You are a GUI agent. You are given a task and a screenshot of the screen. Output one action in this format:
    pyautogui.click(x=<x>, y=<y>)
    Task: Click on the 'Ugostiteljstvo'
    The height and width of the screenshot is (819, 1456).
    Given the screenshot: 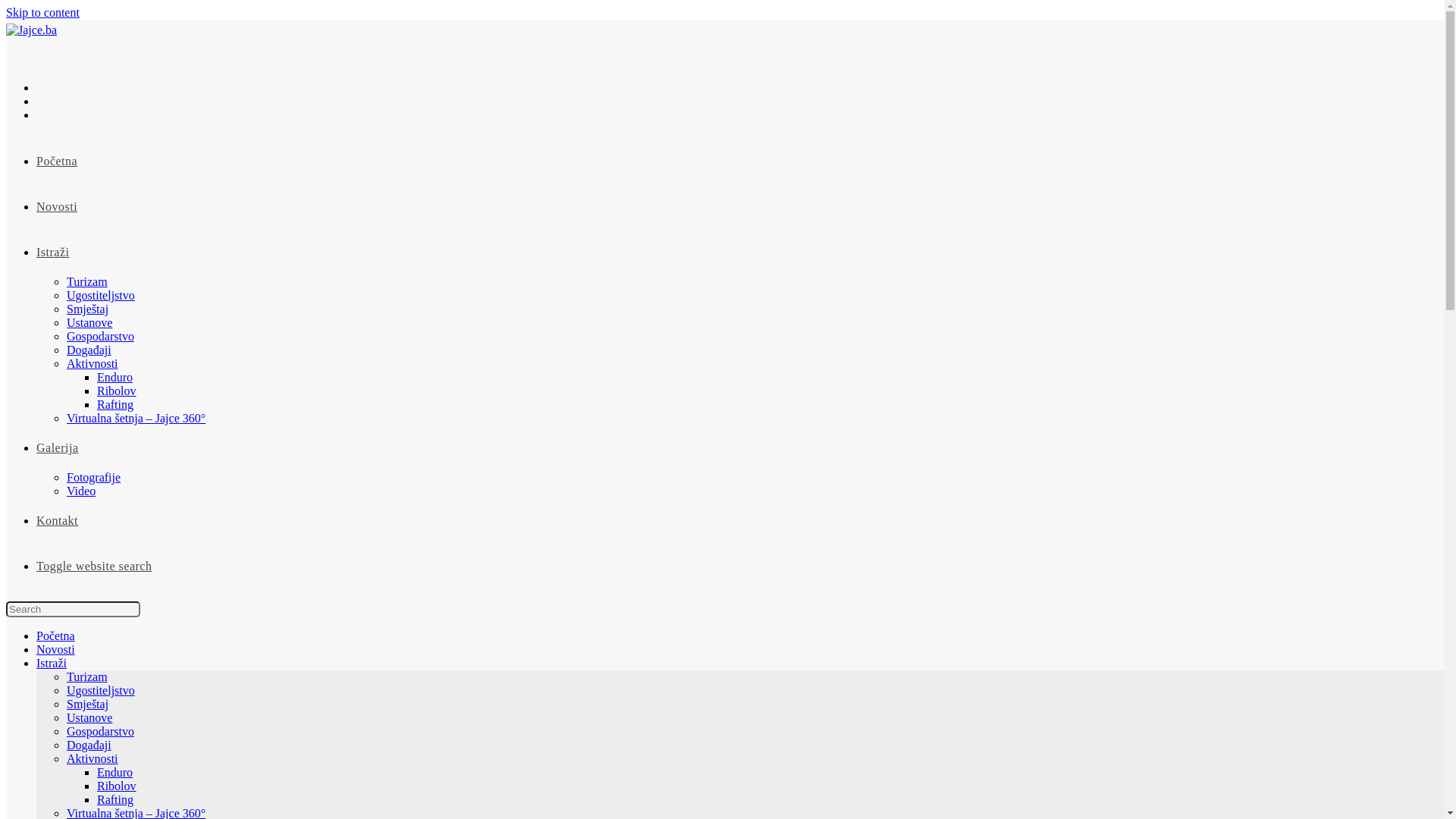 What is the action you would take?
    pyautogui.click(x=100, y=690)
    